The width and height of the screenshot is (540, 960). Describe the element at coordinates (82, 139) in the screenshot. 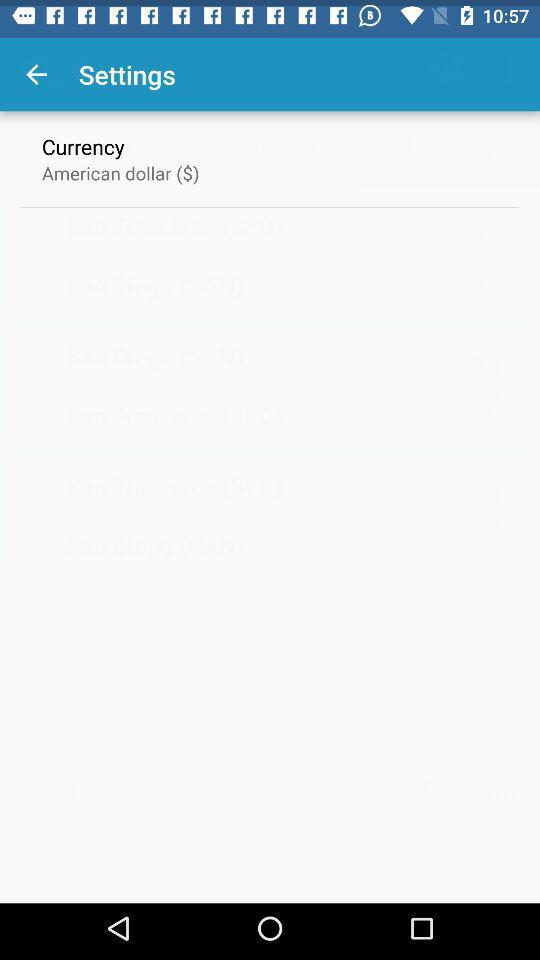

I see `the currency item` at that location.